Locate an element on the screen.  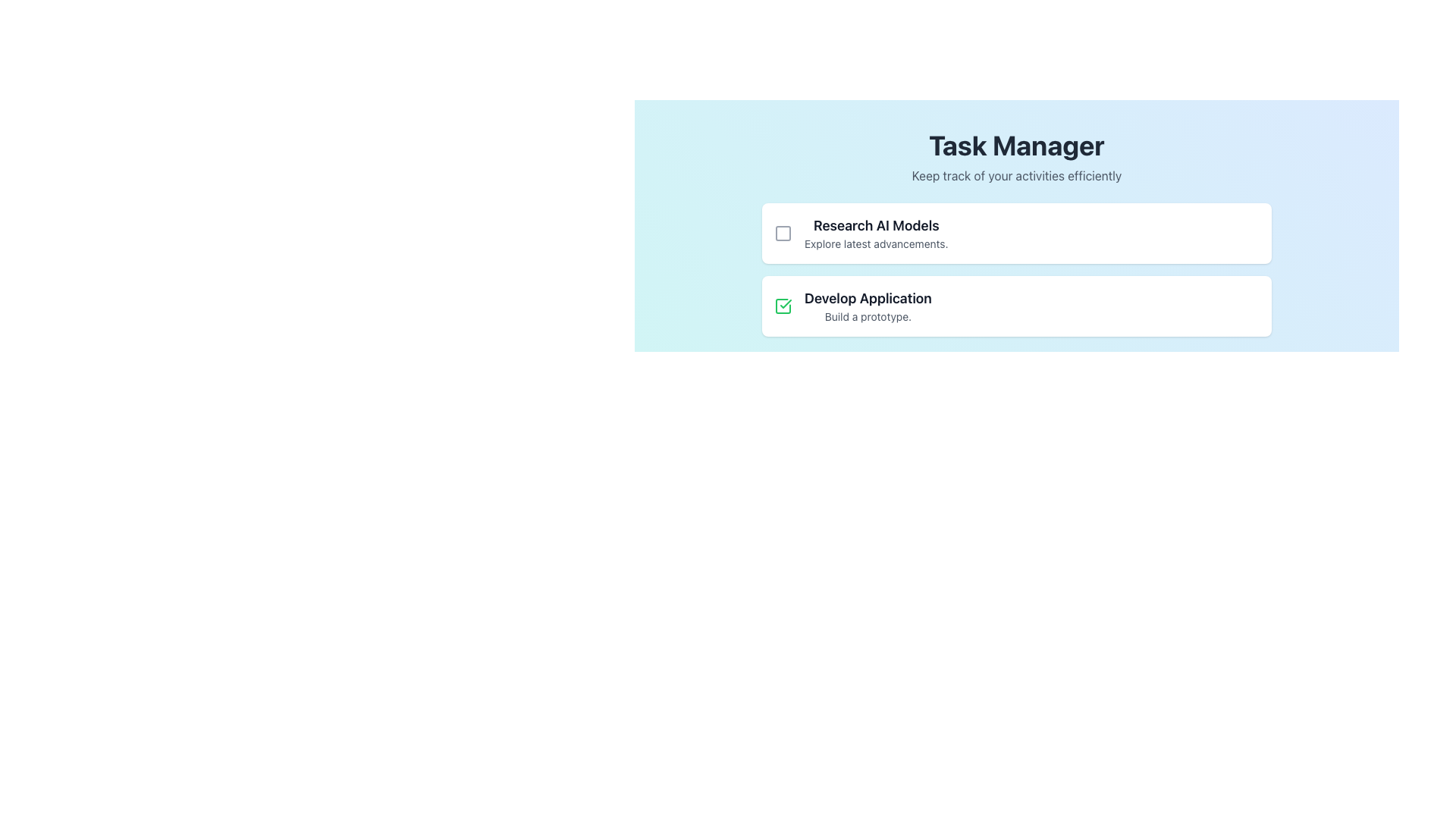
the small square icon styled with a border and light gray fill, located to the left of the 'Research AI Models' text in the top card of the 'Task Manager' interface is located at coordinates (783, 234).